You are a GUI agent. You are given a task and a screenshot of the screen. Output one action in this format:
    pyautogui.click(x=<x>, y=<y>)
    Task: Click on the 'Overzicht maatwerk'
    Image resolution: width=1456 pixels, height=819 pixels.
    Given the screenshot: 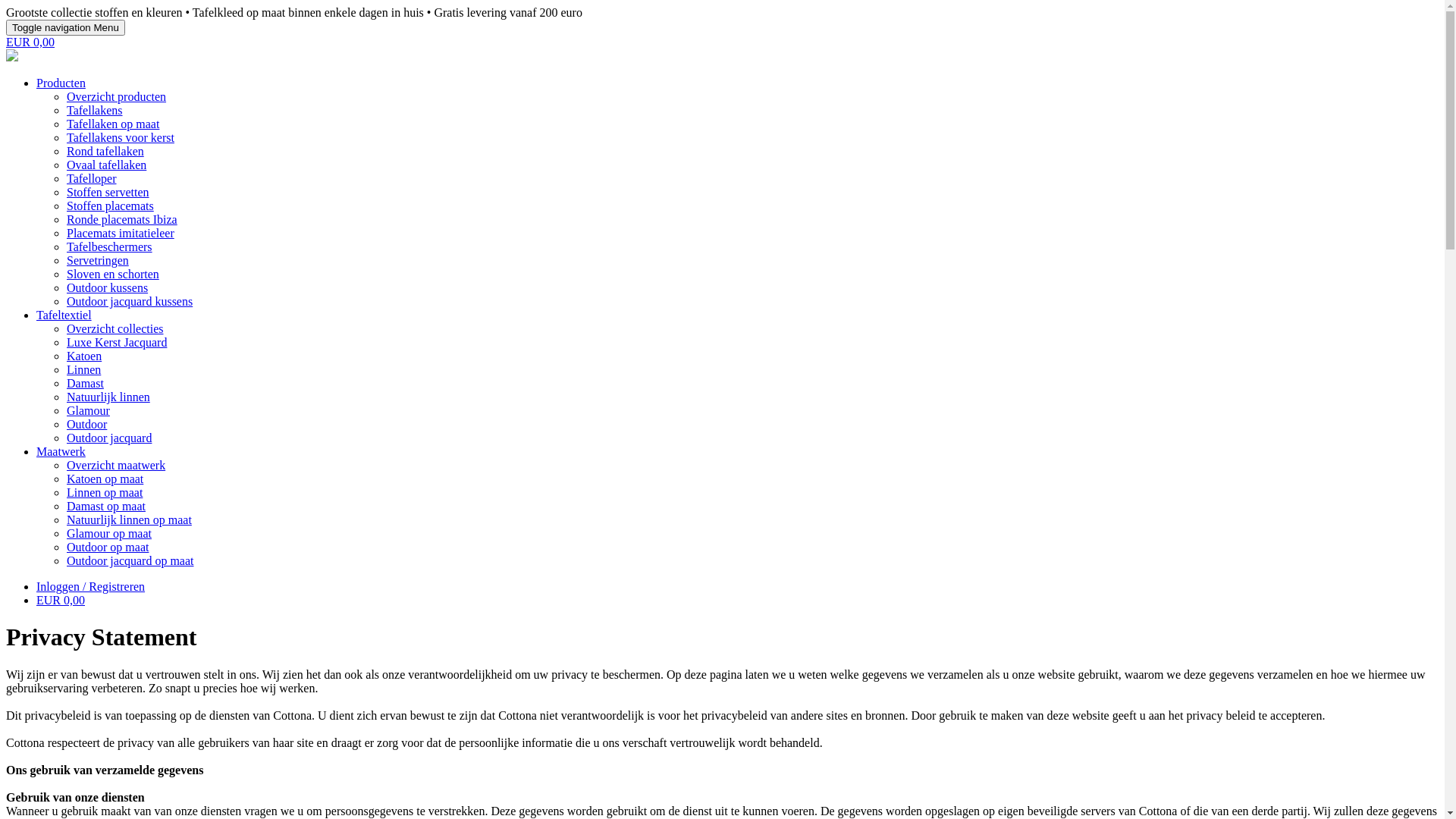 What is the action you would take?
    pyautogui.click(x=115, y=464)
    